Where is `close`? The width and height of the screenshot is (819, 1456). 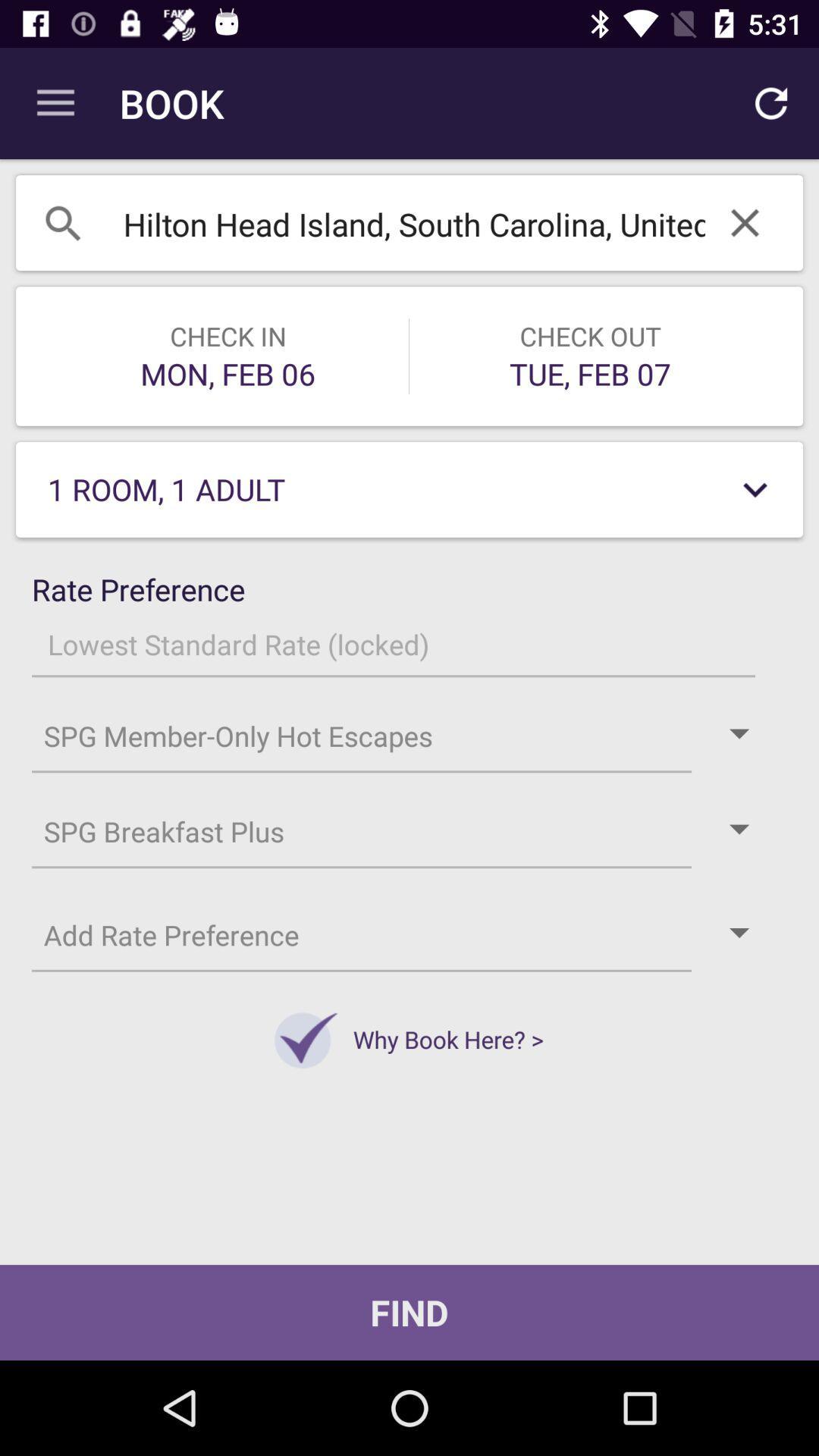
close is located at coordinates (744, 221).